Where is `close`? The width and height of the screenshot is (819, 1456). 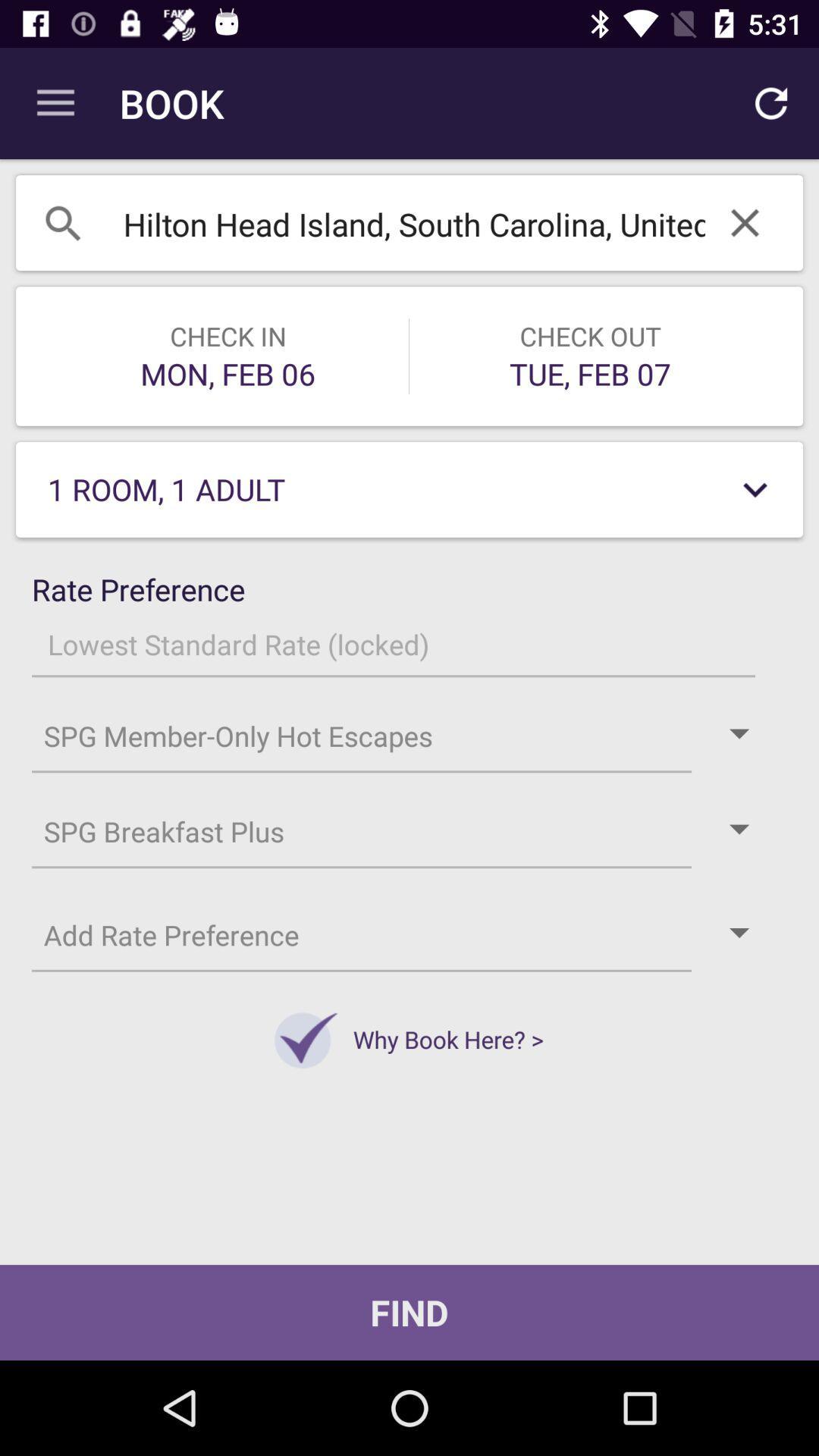
close is located at coordinates (744, 221).